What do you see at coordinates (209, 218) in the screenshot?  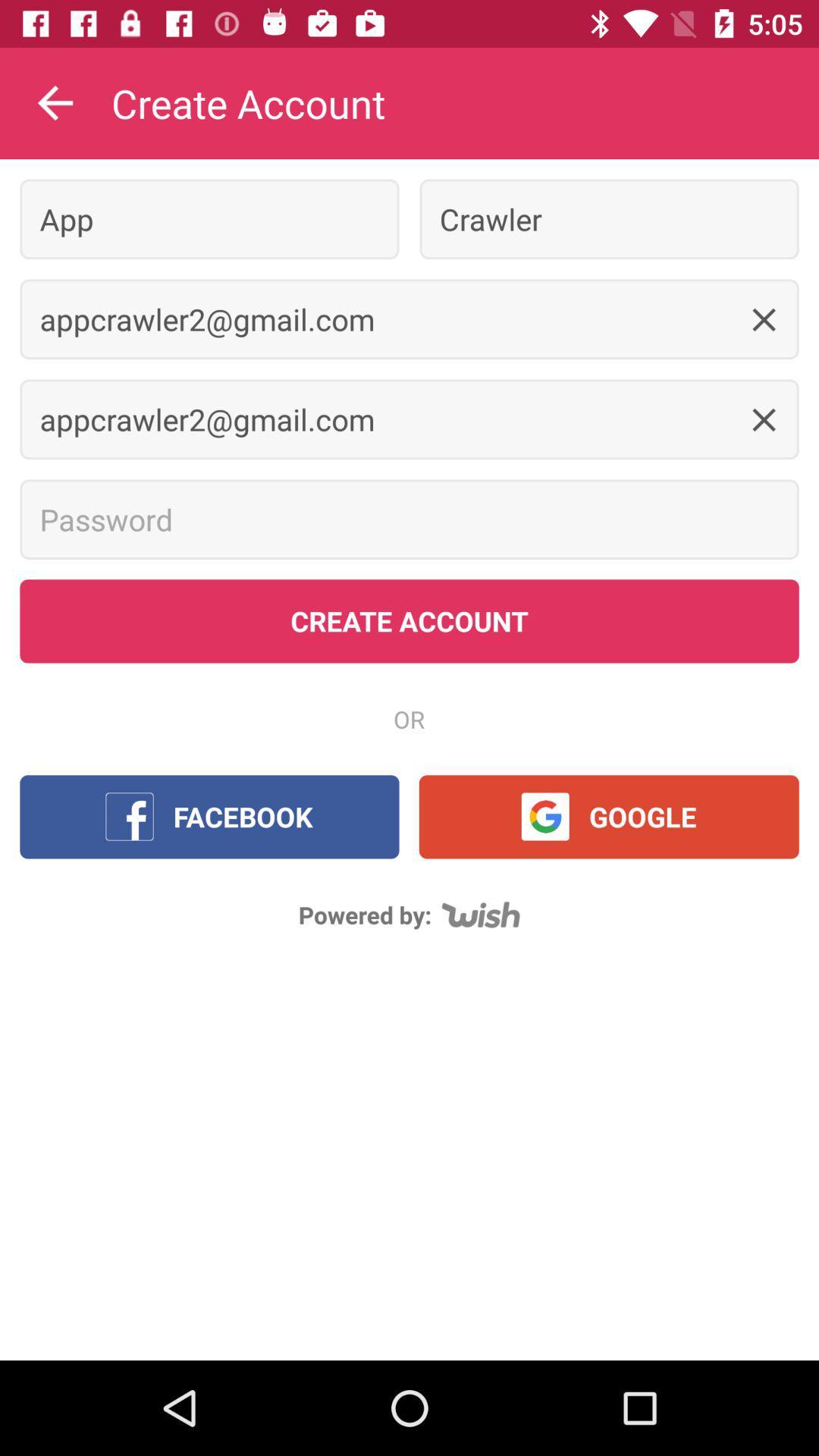 I see `item to the left of crawler` at bounding box center [209, 218].